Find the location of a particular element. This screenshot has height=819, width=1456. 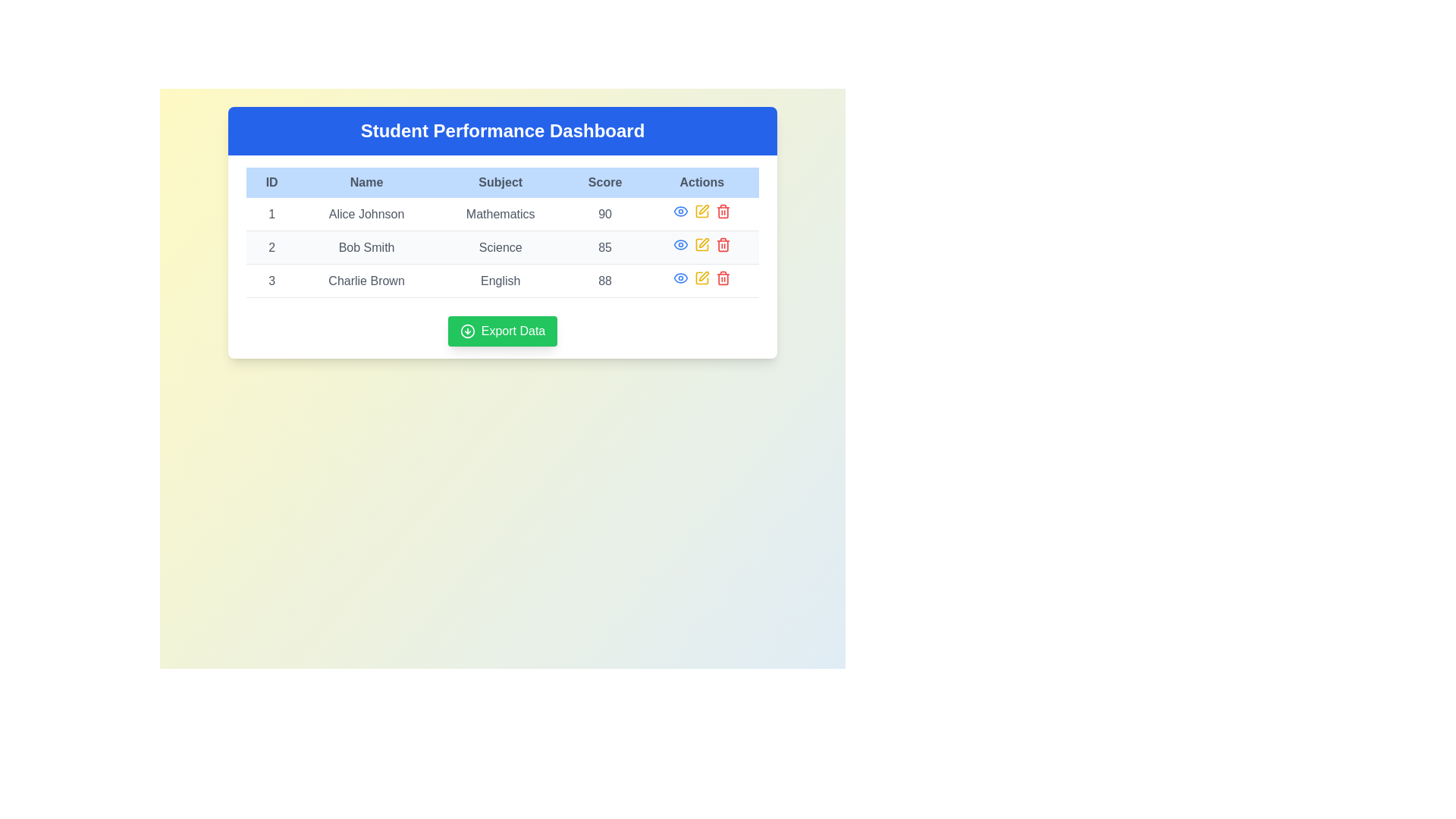

the 'edit' SVG-based button in the 'Actions' column of the third row of the table is located at coordinates (701, 278).